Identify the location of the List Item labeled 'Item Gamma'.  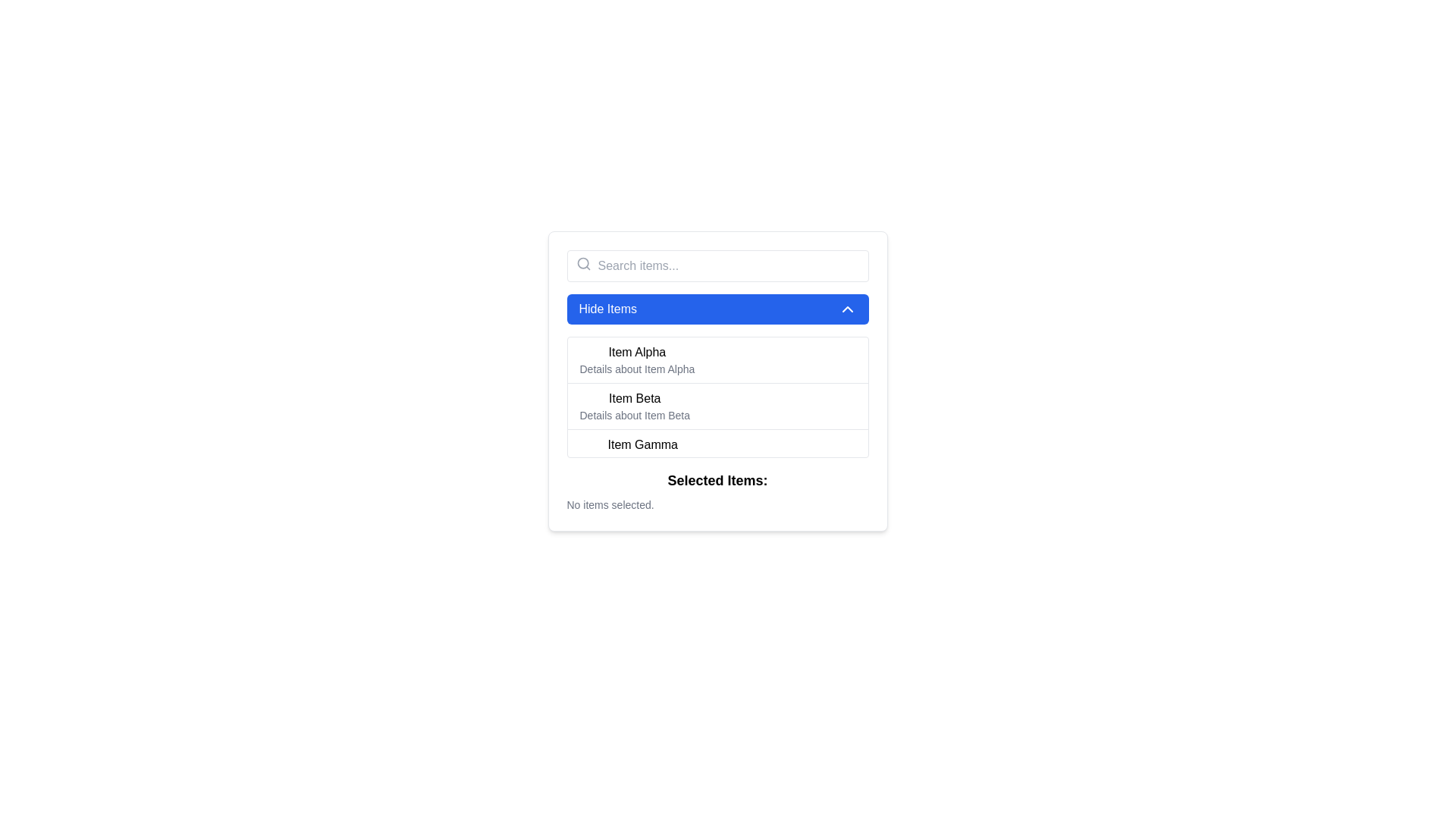
(642, 452).